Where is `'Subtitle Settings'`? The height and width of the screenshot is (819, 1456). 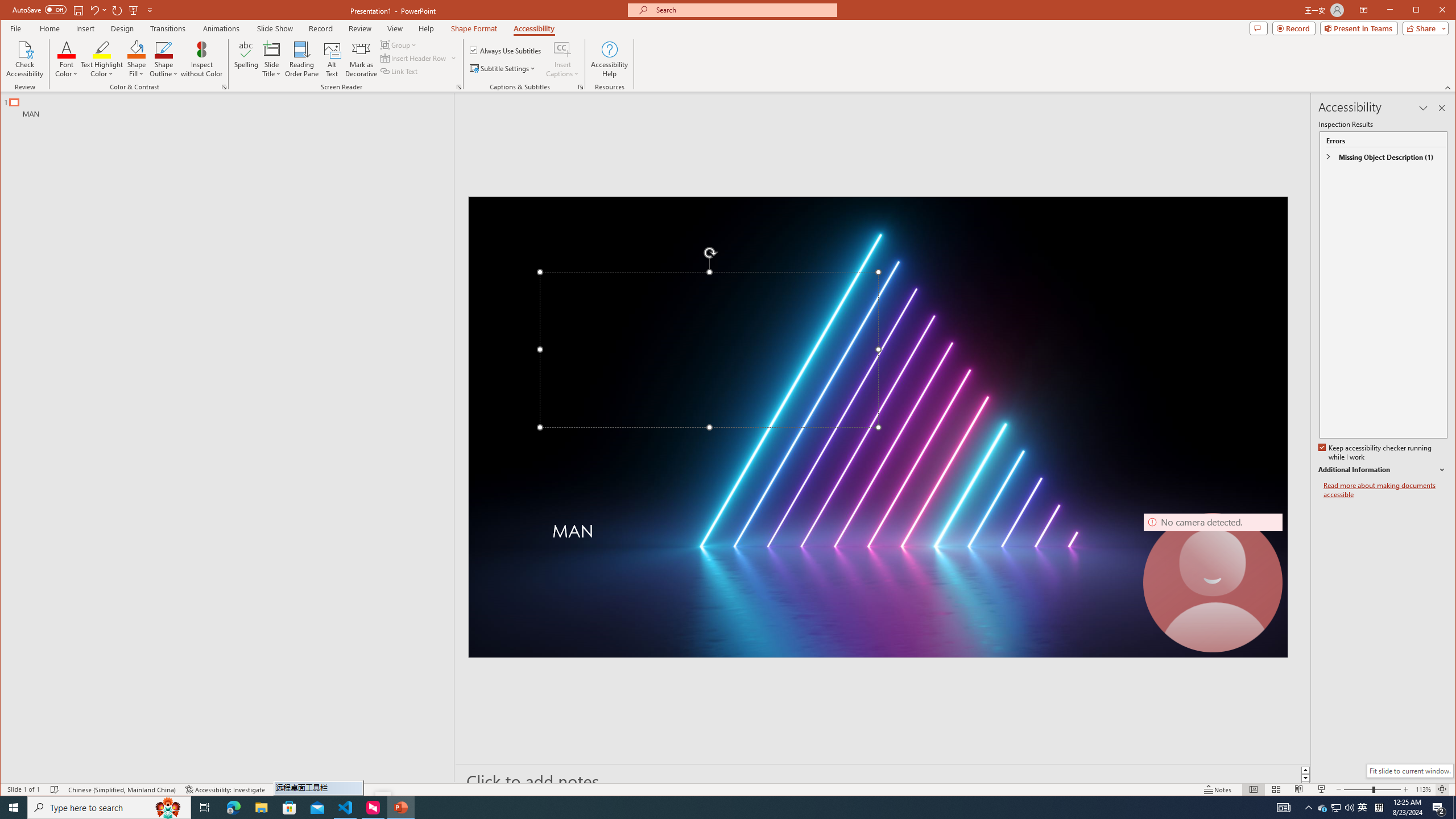 'Subtitle Settings' is located at coordinates (503, 68).